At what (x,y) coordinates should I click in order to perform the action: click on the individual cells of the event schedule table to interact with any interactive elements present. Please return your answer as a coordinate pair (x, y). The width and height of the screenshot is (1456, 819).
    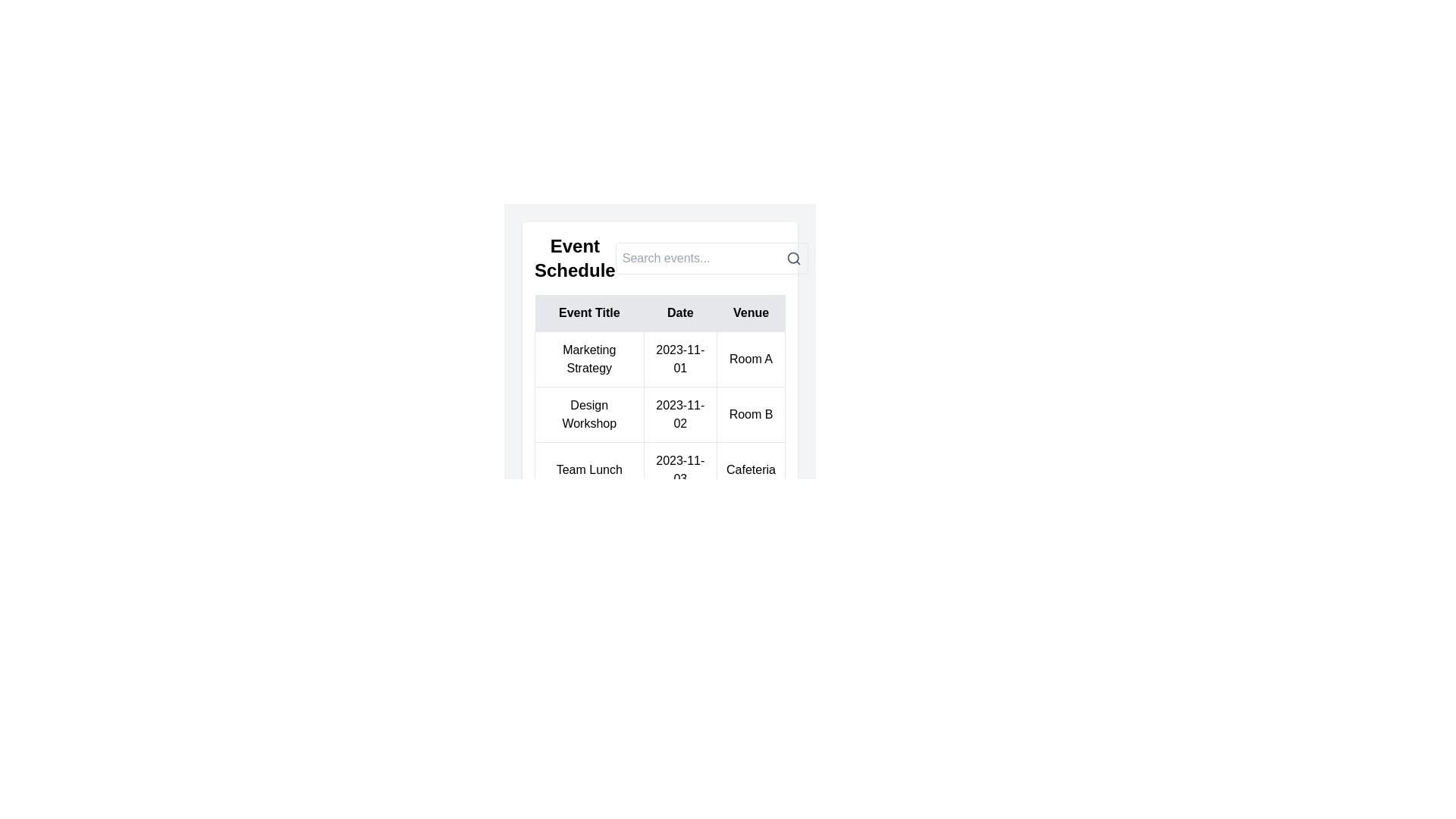
    Looking at the image, I should click on (660, 331).